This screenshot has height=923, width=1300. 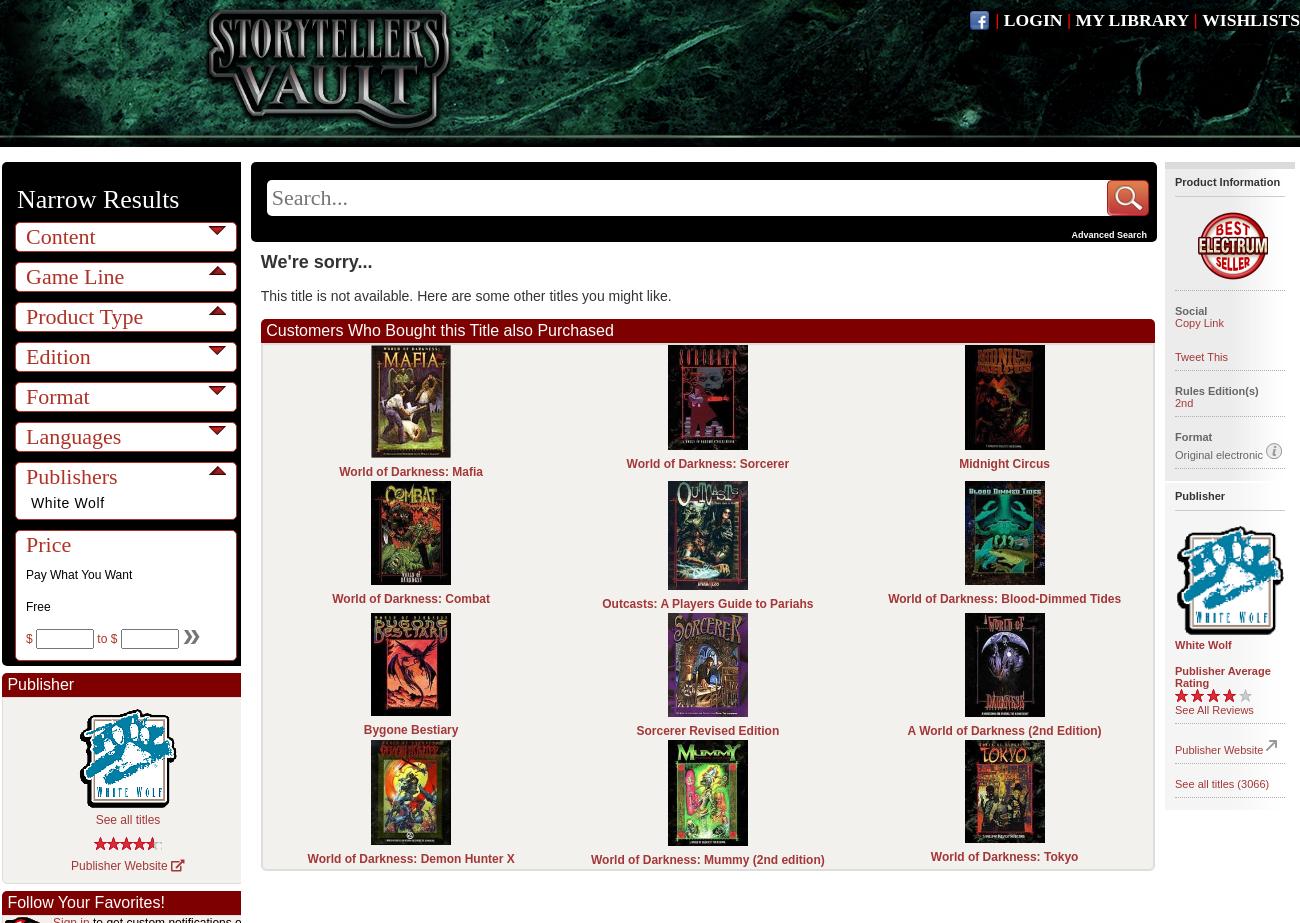 I want to click on 'to $', so click(x=93, y=637).